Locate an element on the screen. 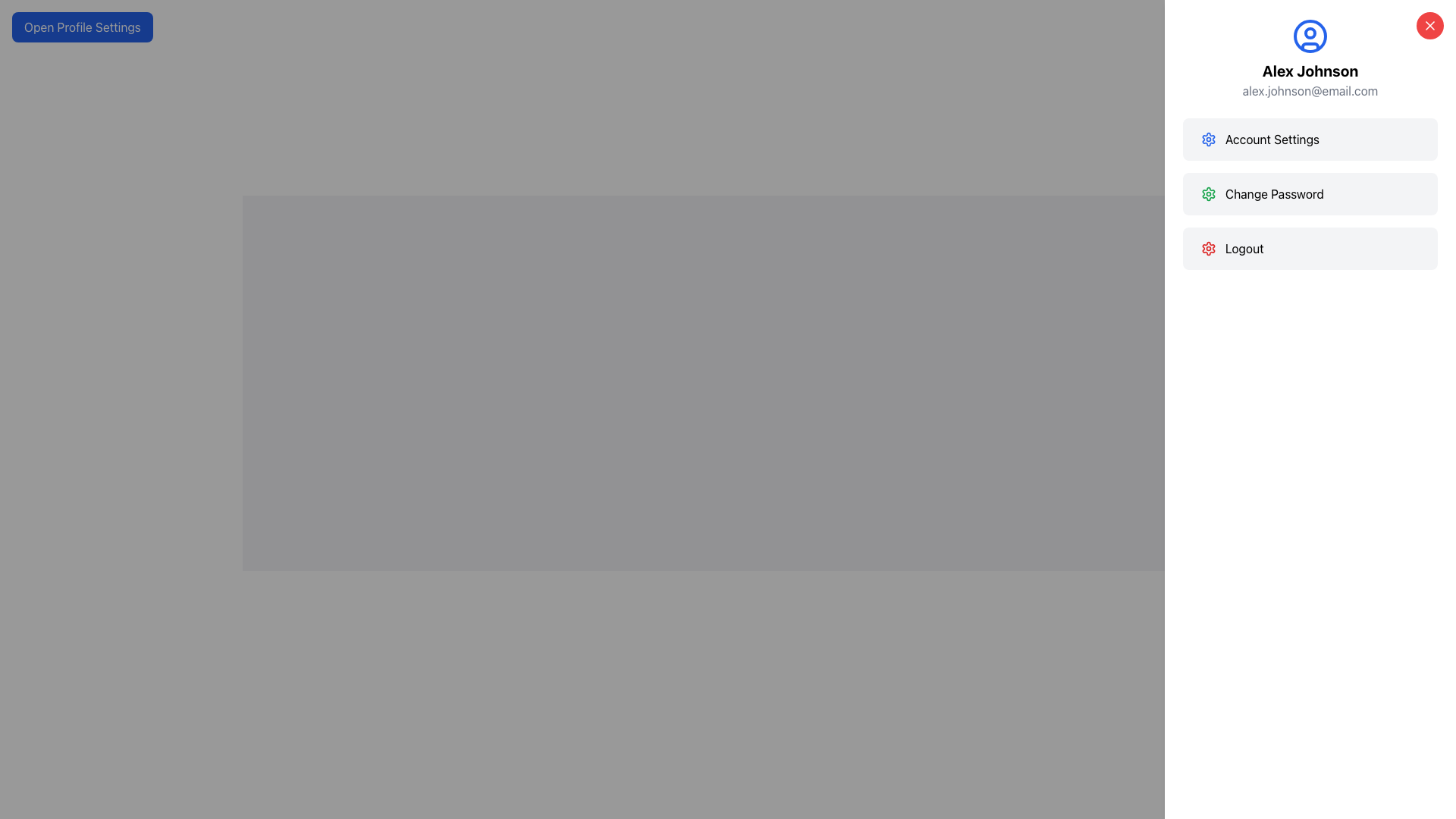 This screenshot has width=1456, height=819. the logout button is located at coordinates (1310, 247).